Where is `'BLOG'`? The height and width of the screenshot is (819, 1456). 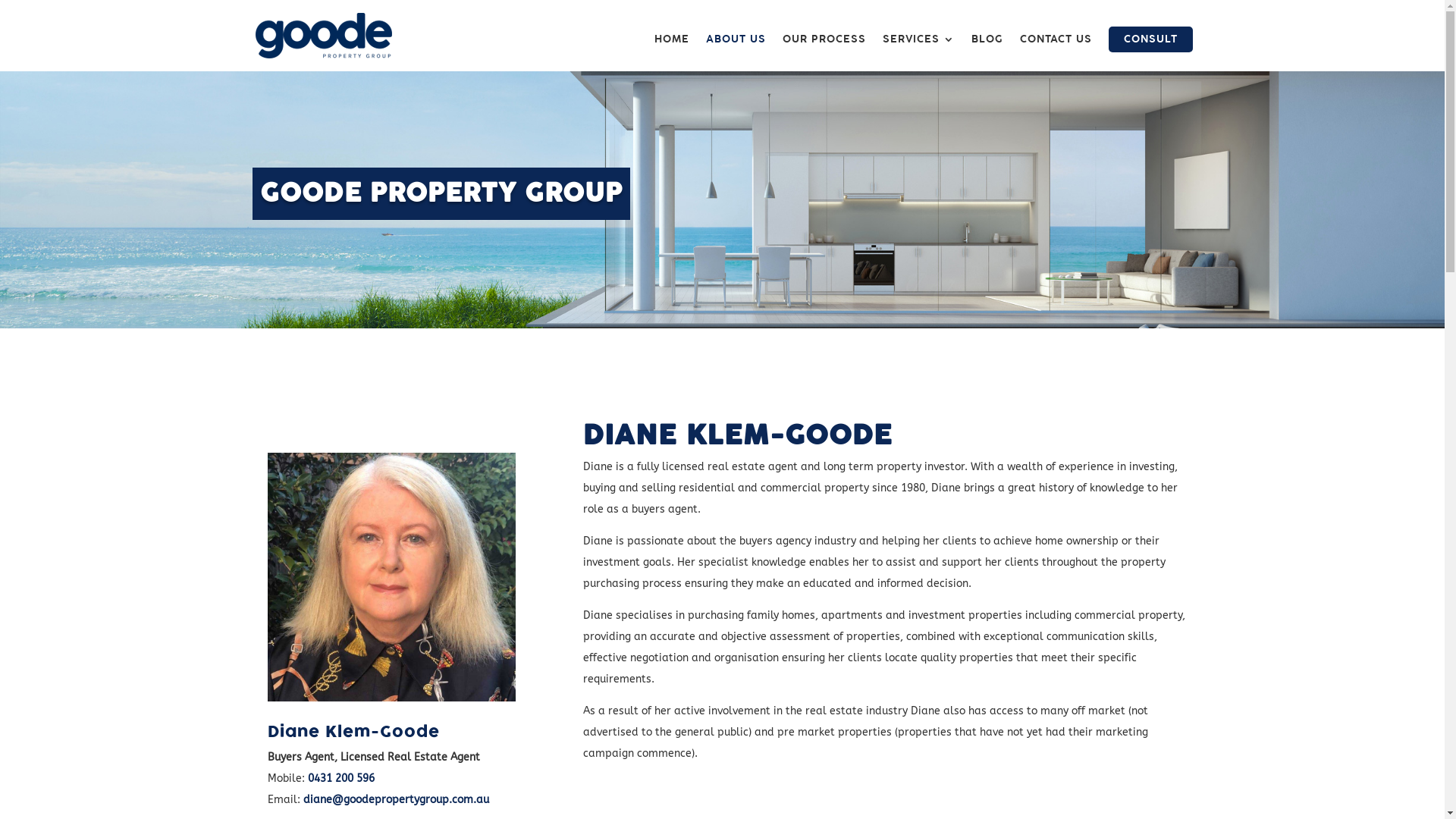 'BLOG' is located at coordinates (986, 52).